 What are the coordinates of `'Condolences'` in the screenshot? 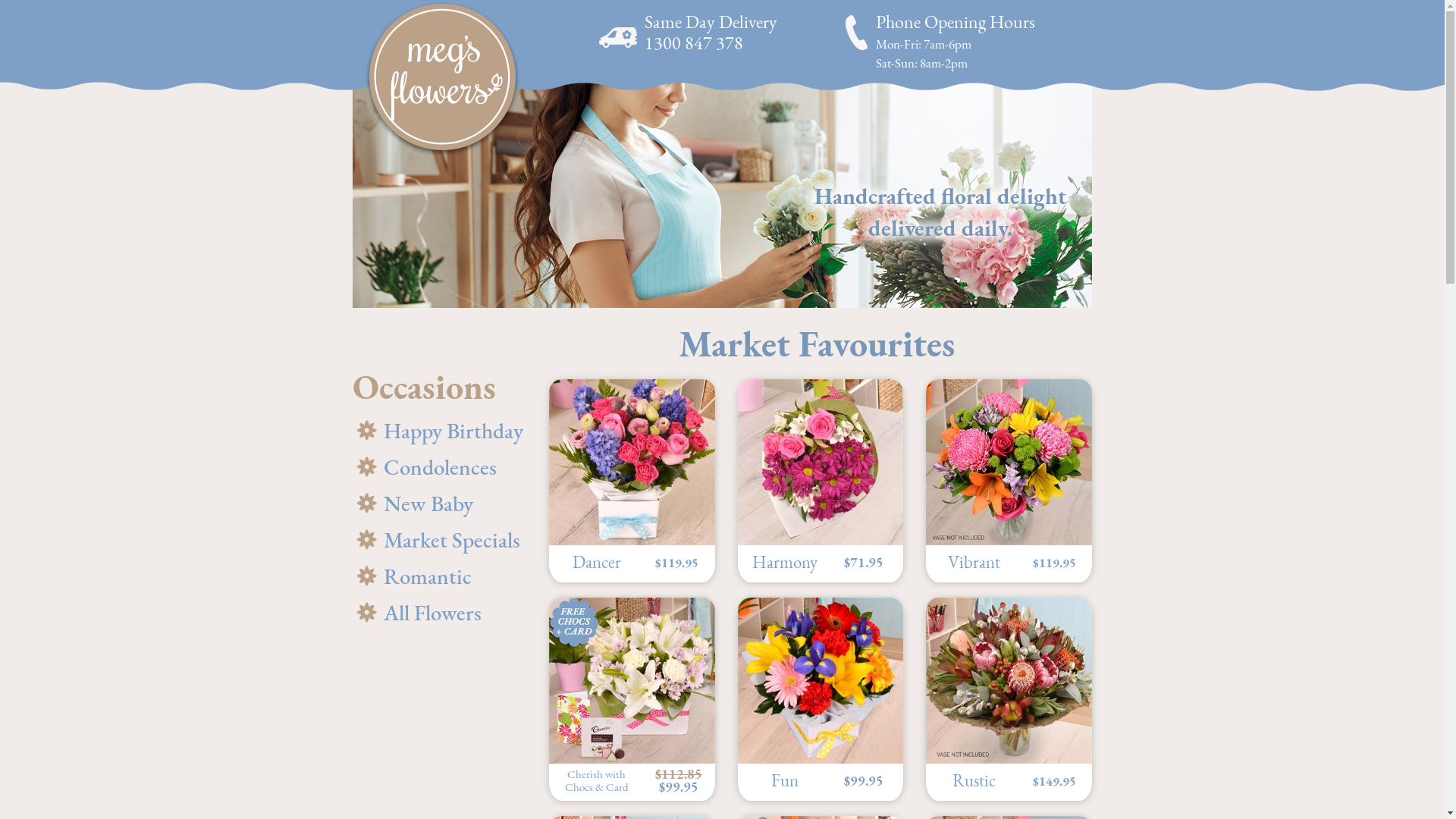 It's located at (438, 466).